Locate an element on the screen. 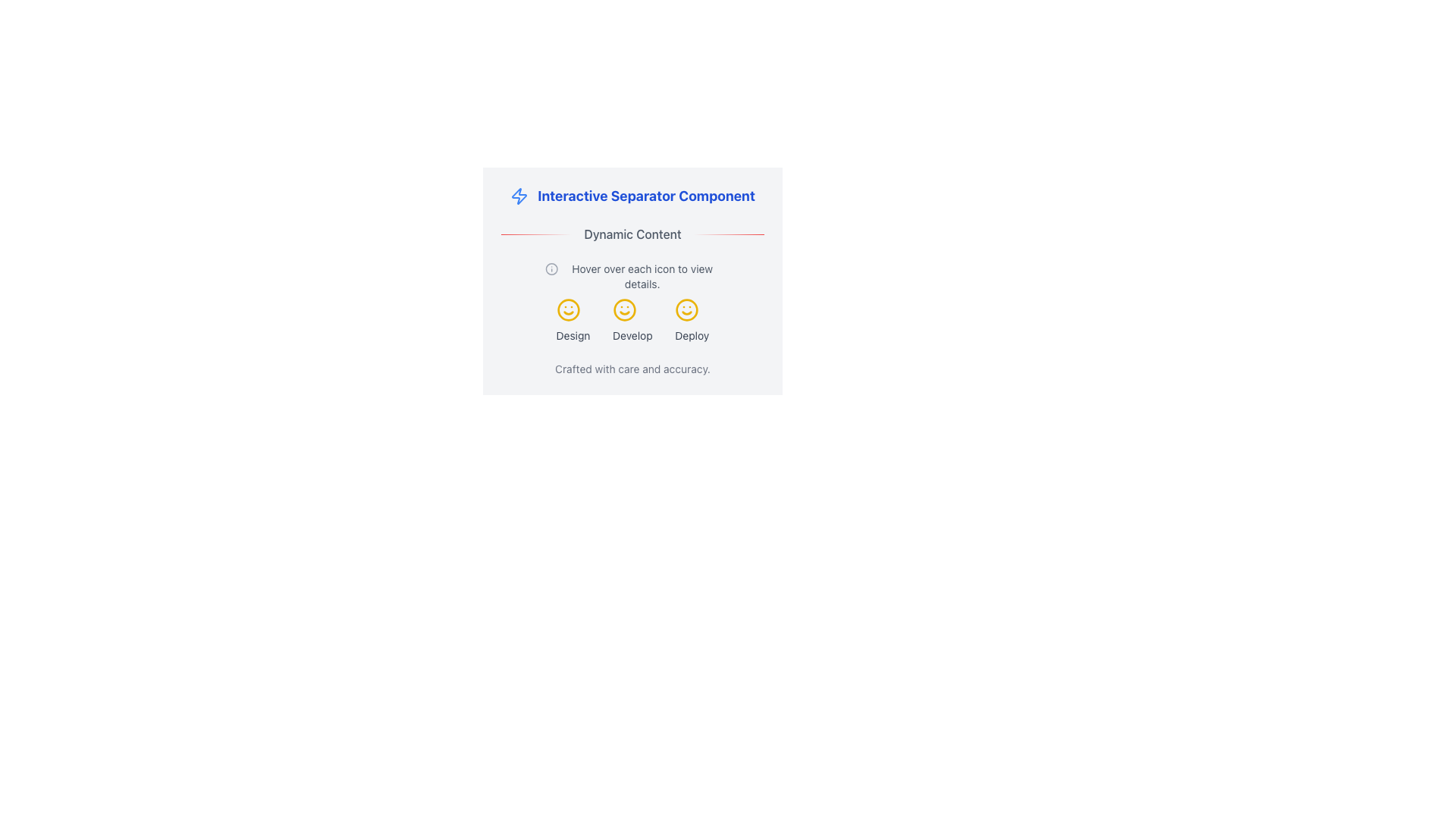 This screenshot has height=819, width=1456. the third smiley icon in the horizontal row that signifies the 'Deploy' functionality, located below the instruction text and above the 'Deploy' label is located at coordinates (686, 309).